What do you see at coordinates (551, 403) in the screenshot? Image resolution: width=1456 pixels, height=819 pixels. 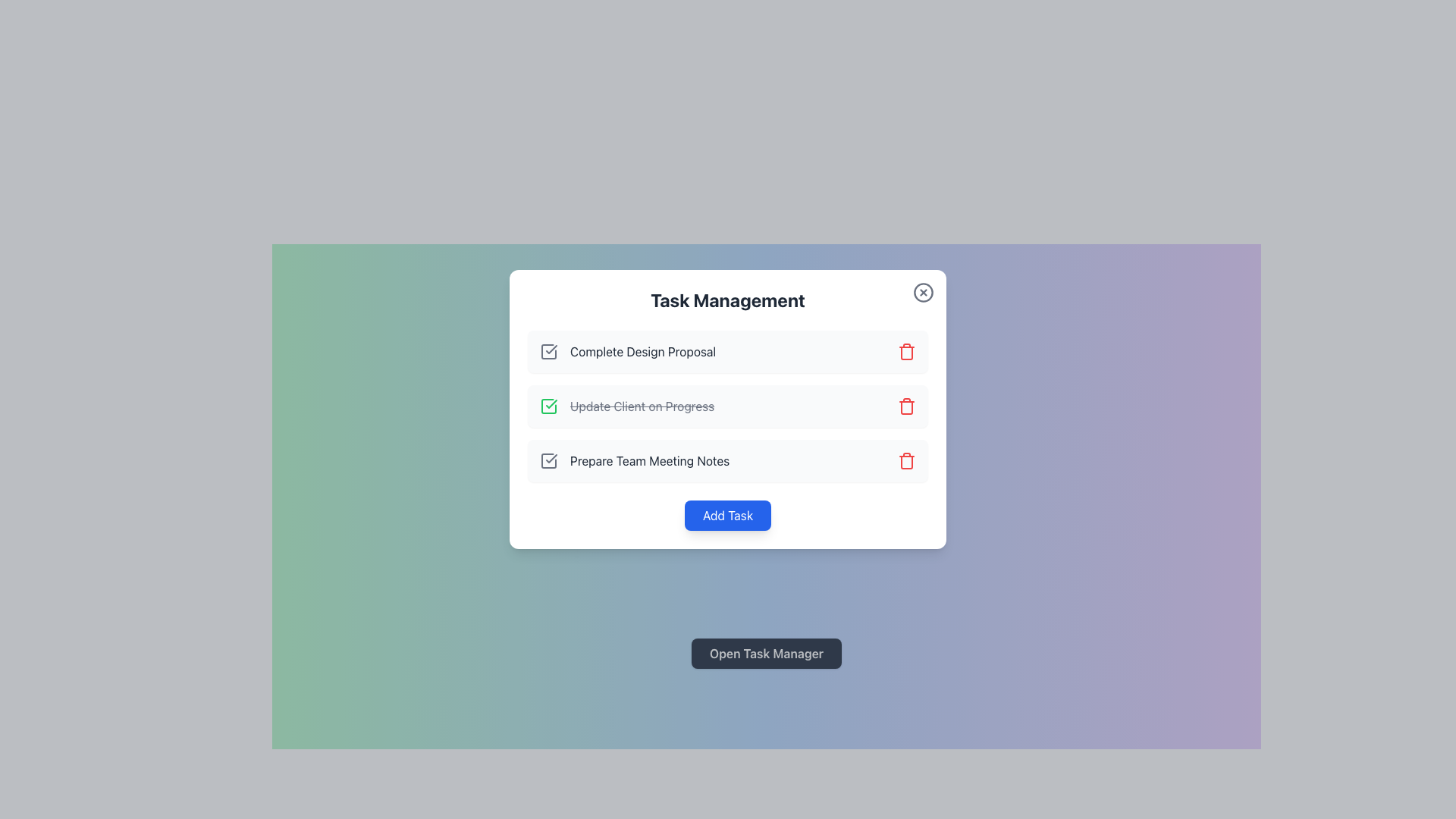 I see `the green checkmark icon representing a completed task in the task list for 'Update Client on Progress'` at bounding box center [551, 403].